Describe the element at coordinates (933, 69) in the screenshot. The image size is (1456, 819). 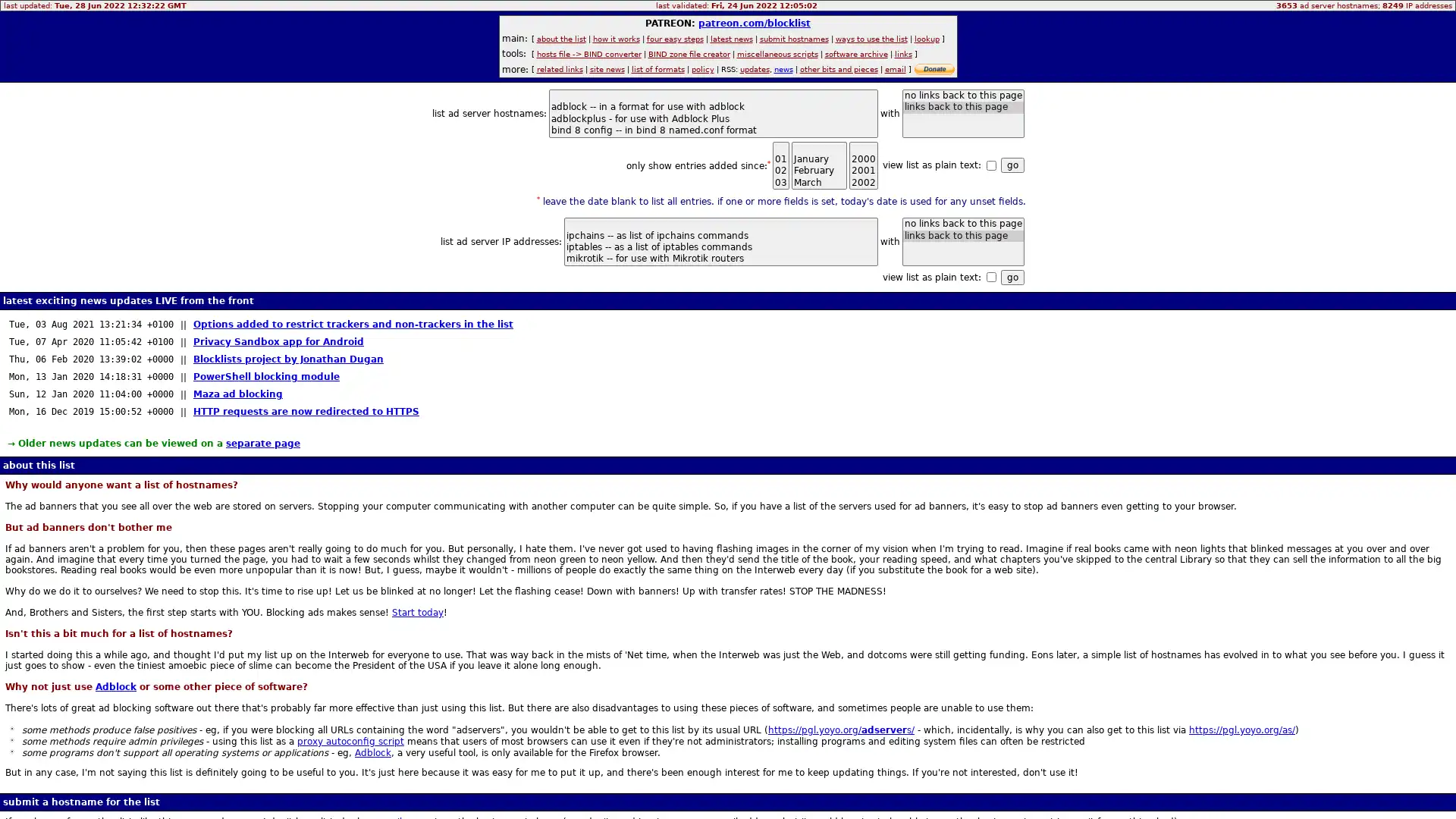
I see `donate via PayPal` at that location.